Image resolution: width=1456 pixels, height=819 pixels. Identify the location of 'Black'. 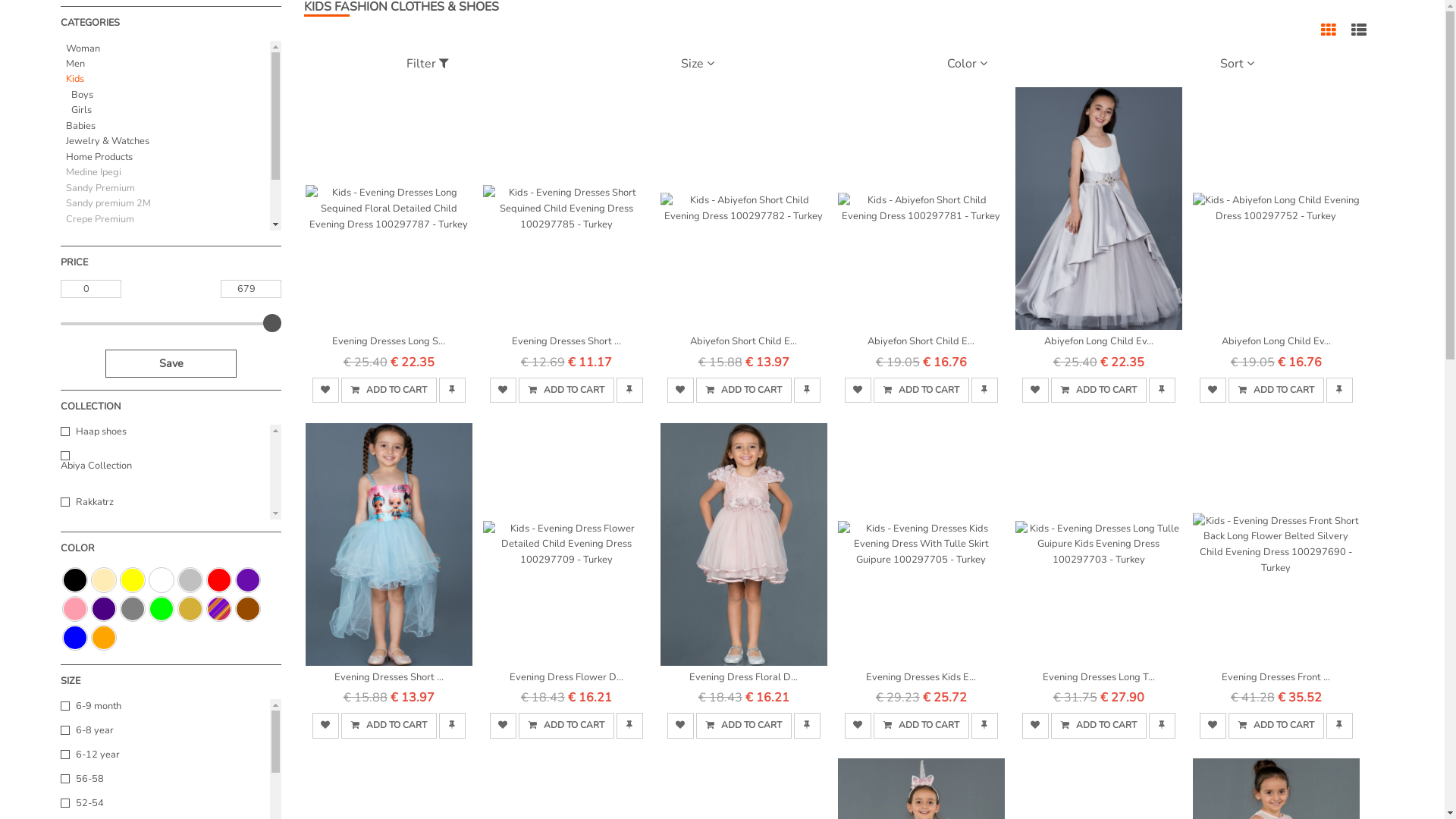
(74, 579).